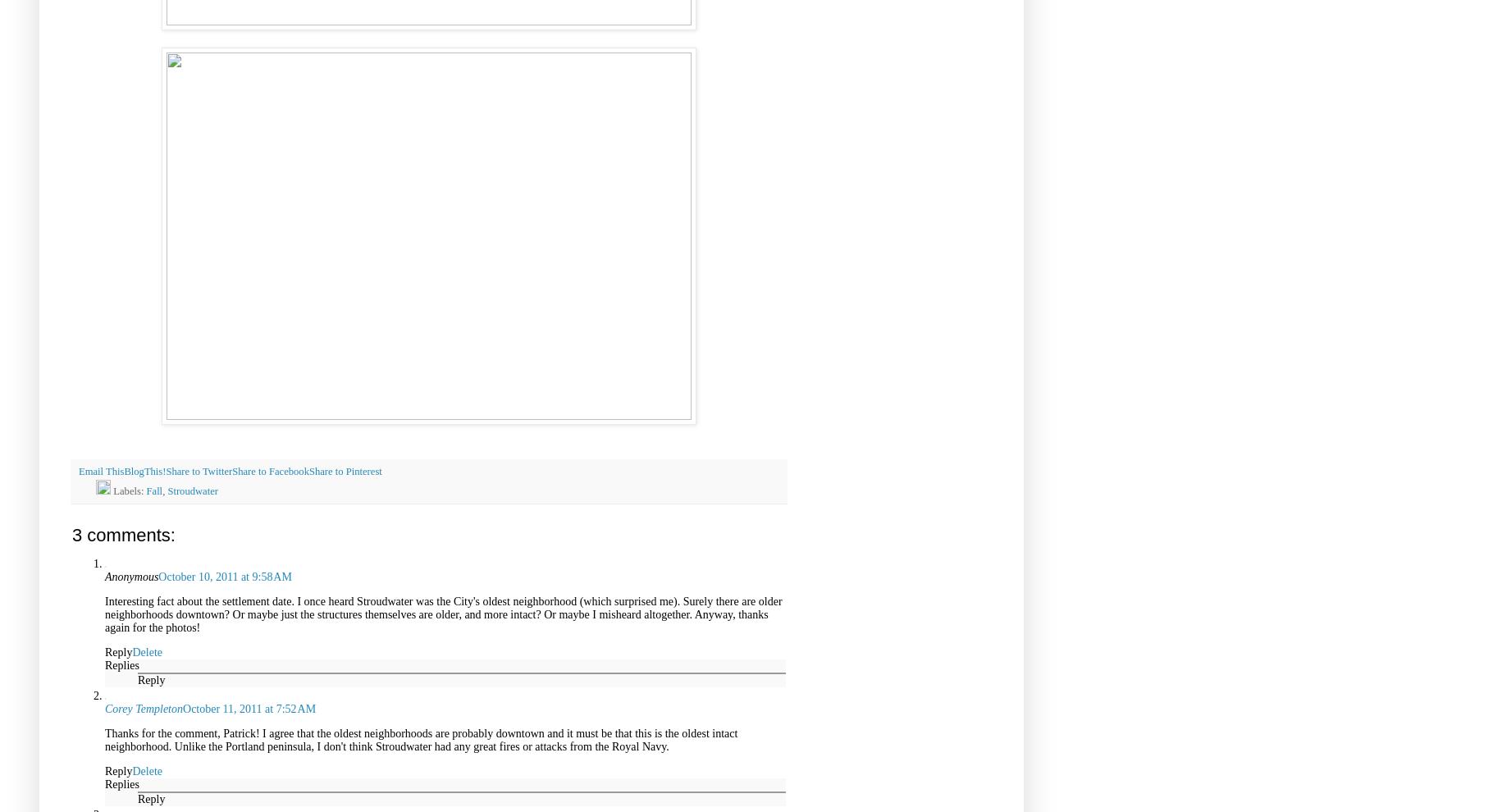  Describe the element at coordinates (224, 575) in the screenshot. I see `'October 10, 2011 at 9:58 AM'` at that location.